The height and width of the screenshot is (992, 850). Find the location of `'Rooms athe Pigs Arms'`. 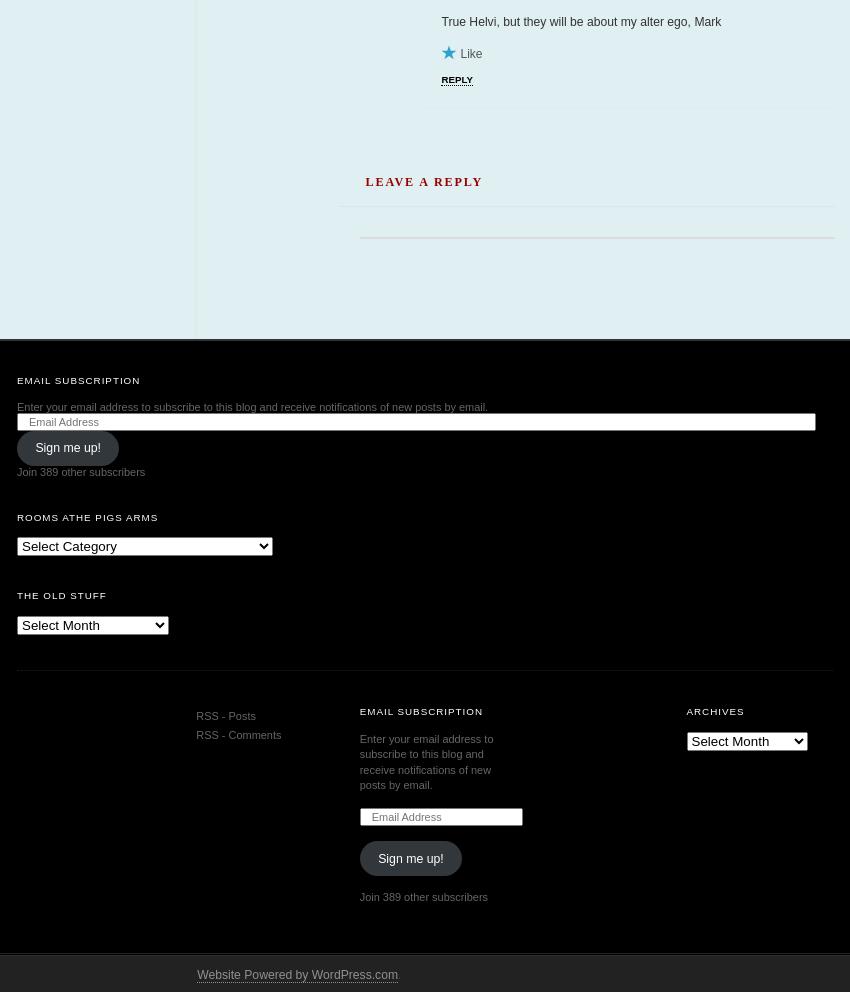

'Rooms athe Pigs Arms' is located at coordinates (86, 674).